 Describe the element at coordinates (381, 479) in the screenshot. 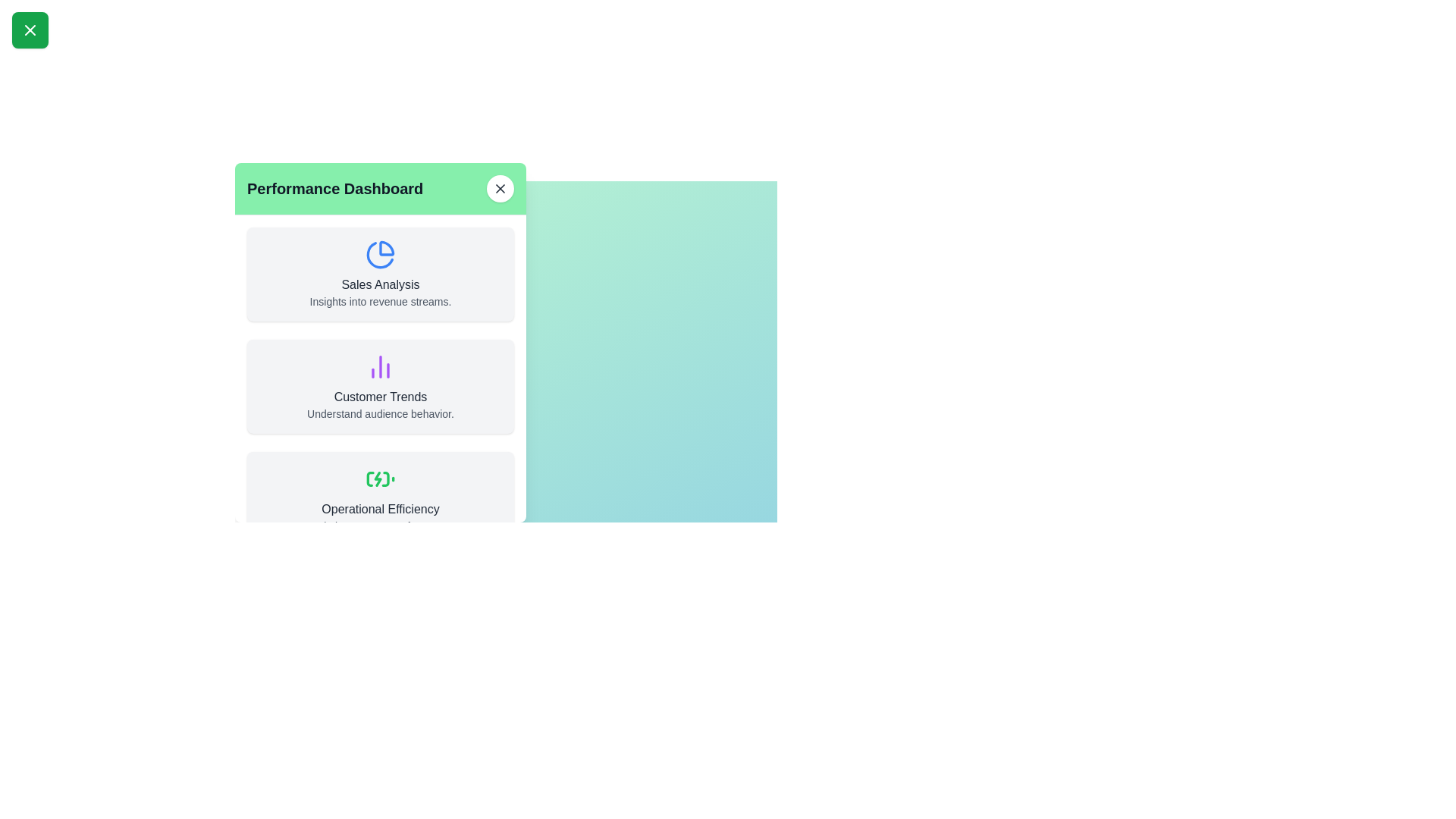

I see `the icon representing operational efficiency located in the third option labeled 'Operational Efficiency' within the 'Performance Dashboard' panel` at that location.